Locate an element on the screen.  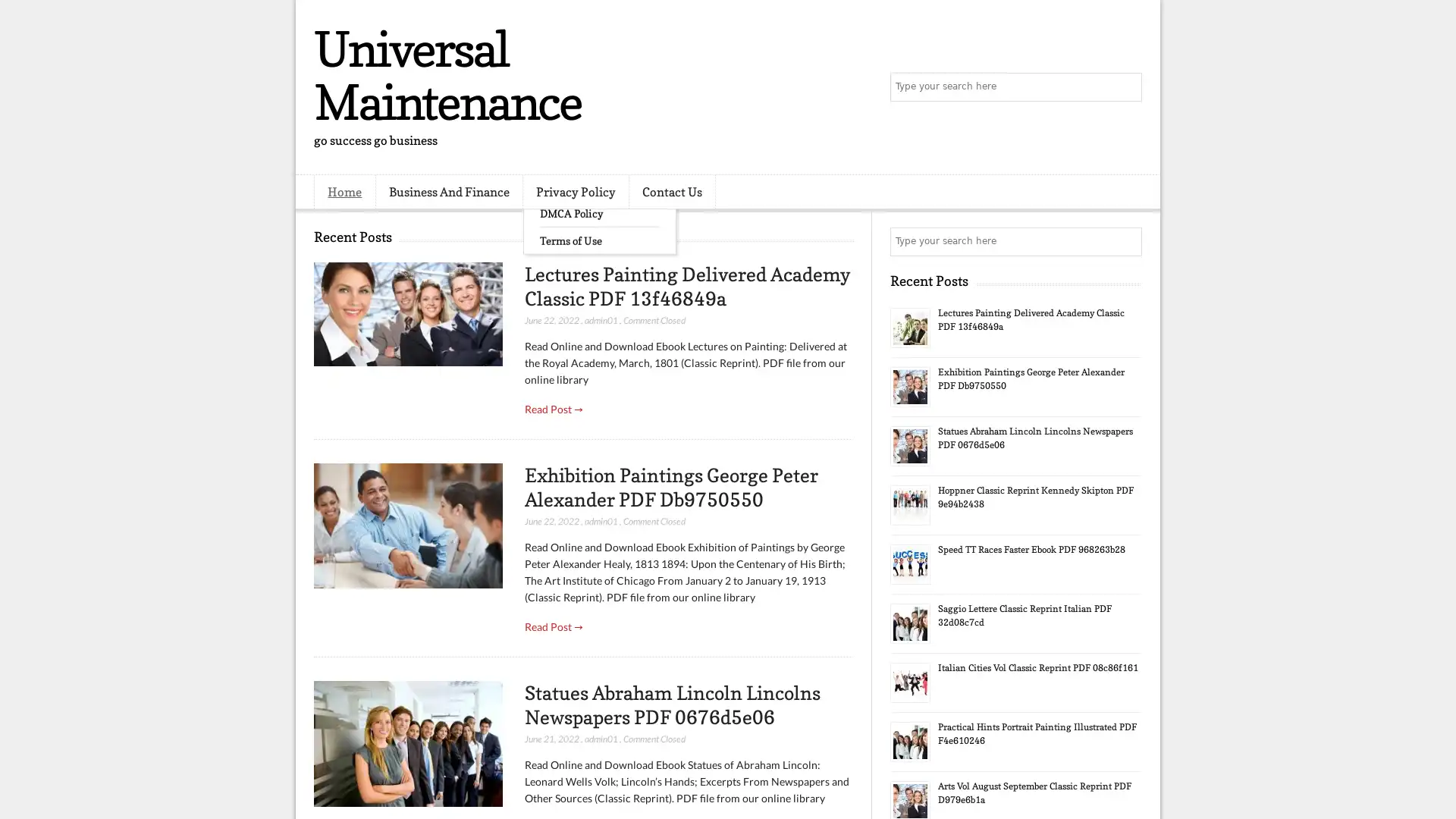
Search is located at coordinates (1126, 87).